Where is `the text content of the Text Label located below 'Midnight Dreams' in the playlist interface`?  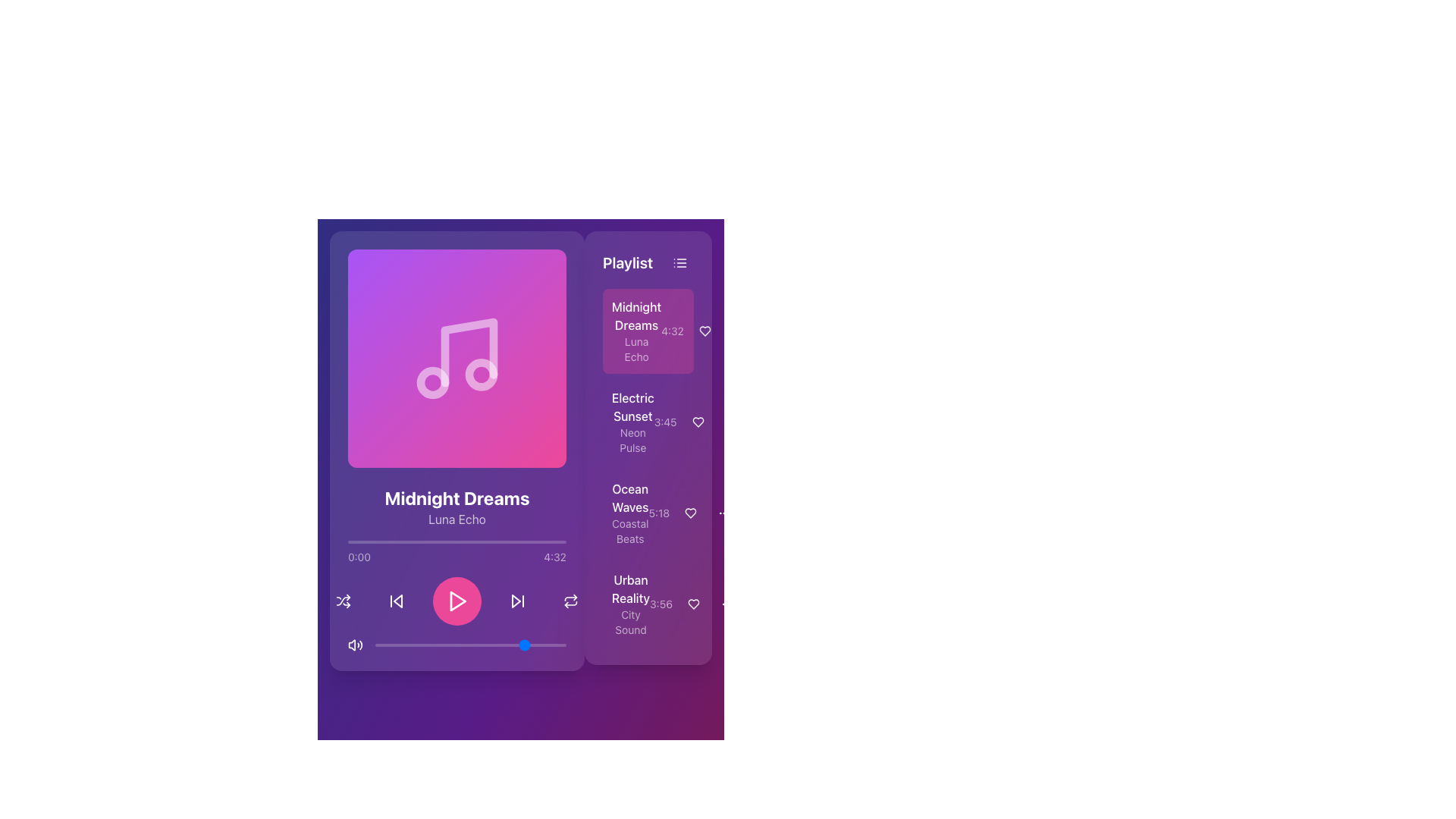 the text content of the Text Label located below 'Midnight Dreams' in the playlist interface is located at coordinates (636, 350).